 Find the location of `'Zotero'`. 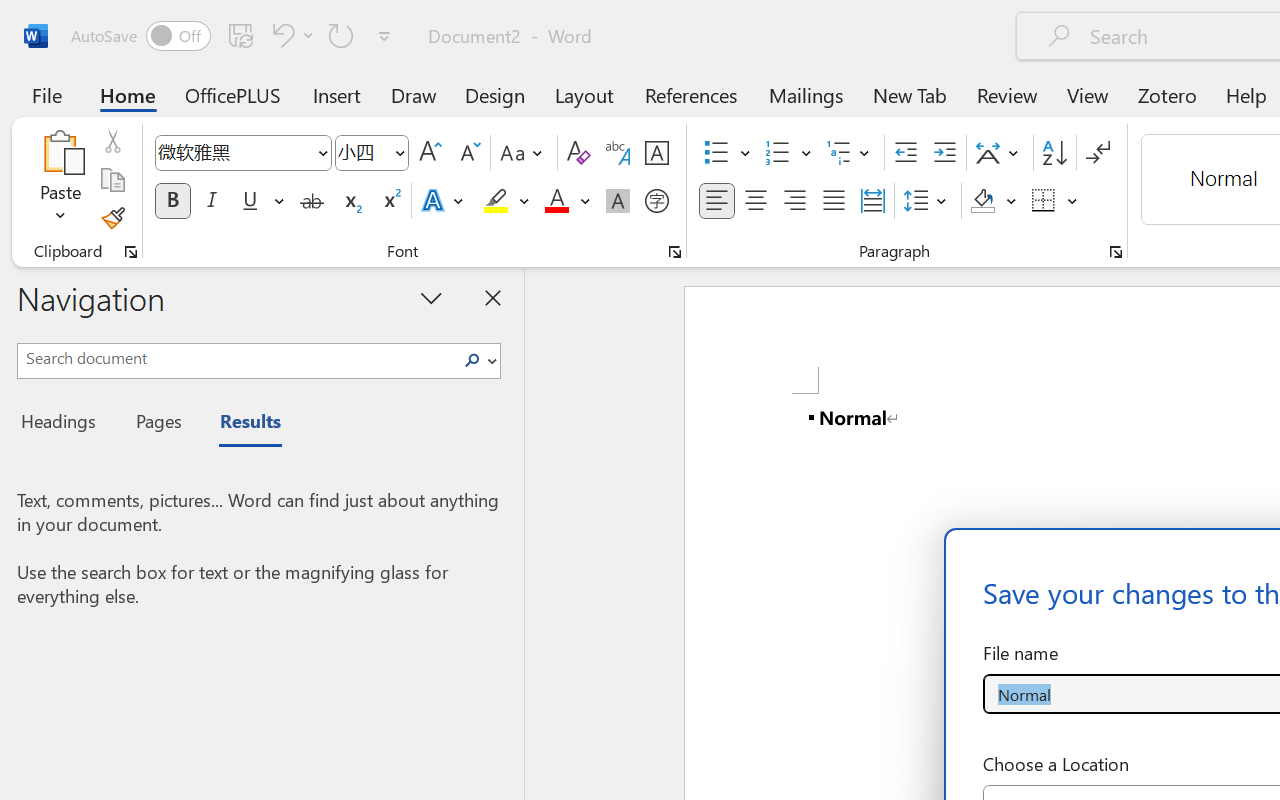

'Zotero' is located at coordinates (1167, 94).